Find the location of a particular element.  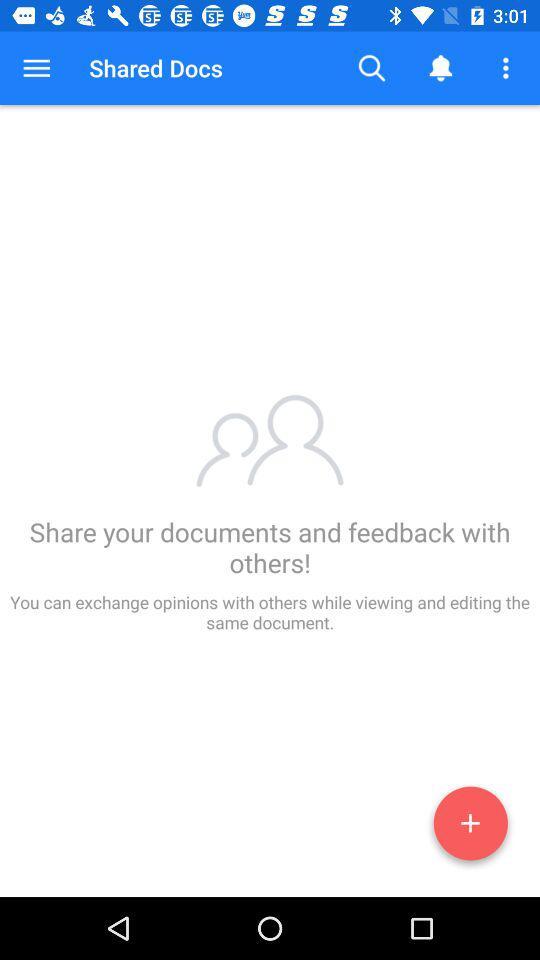

item next to the shared docs is located at coordinates (36, 68).